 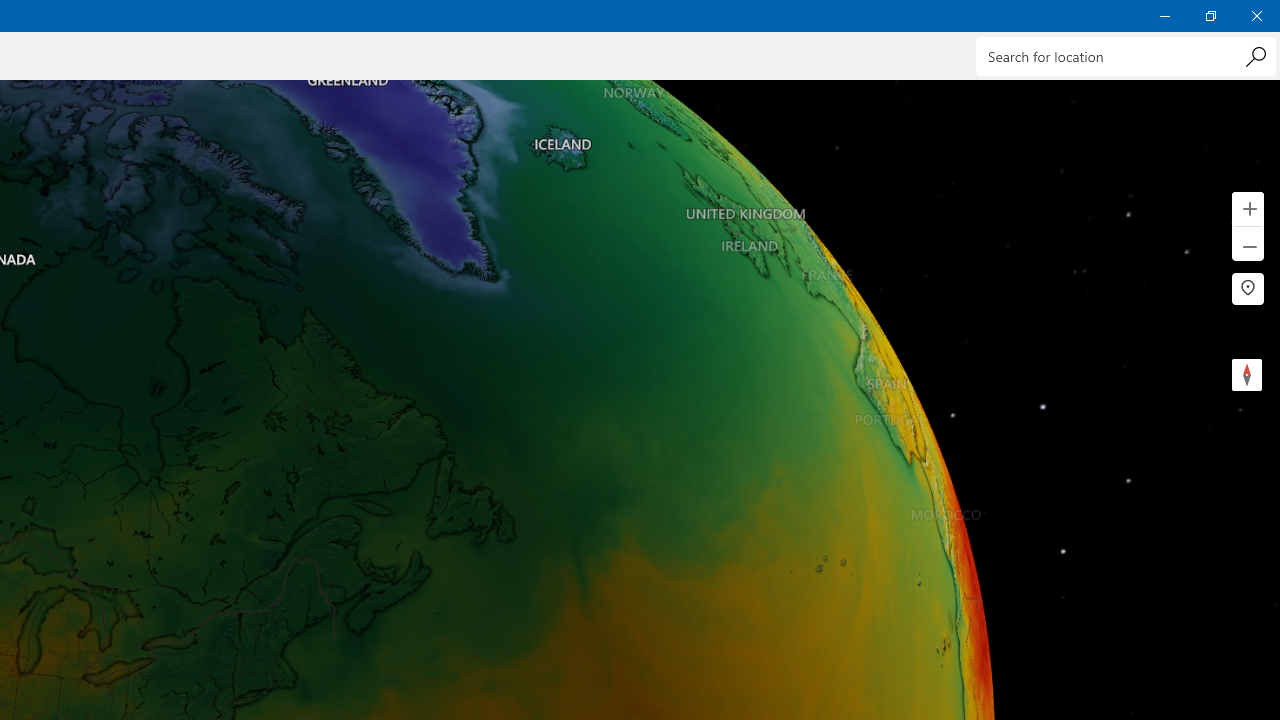 What do you see at coordinates (1164, 15) in the screenshot?
I see `'Minimize Weather'` at bounding box center [1164, 15].